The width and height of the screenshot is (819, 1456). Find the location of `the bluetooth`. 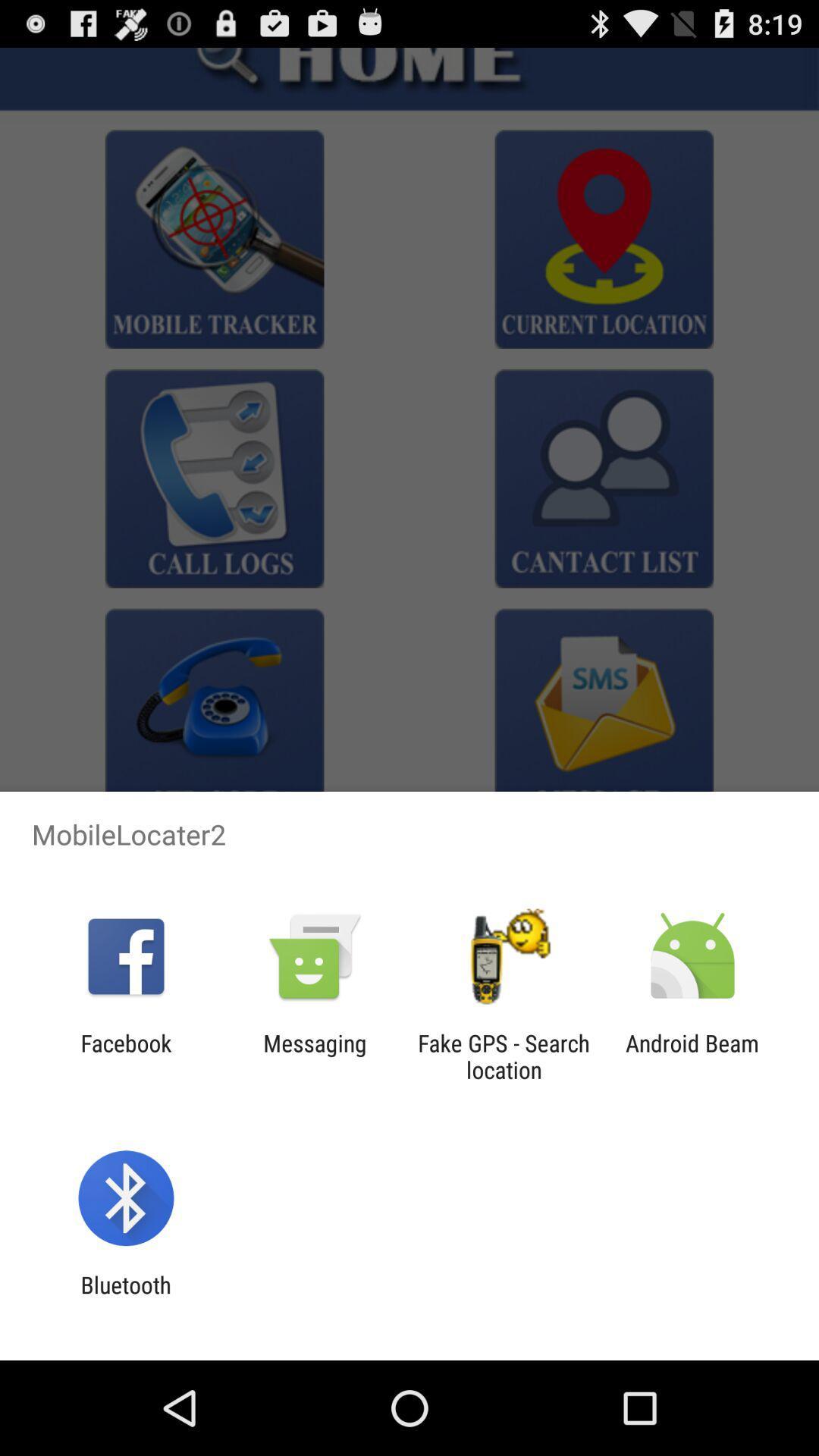

the bluetooth is located at coordinates (125, 1298).